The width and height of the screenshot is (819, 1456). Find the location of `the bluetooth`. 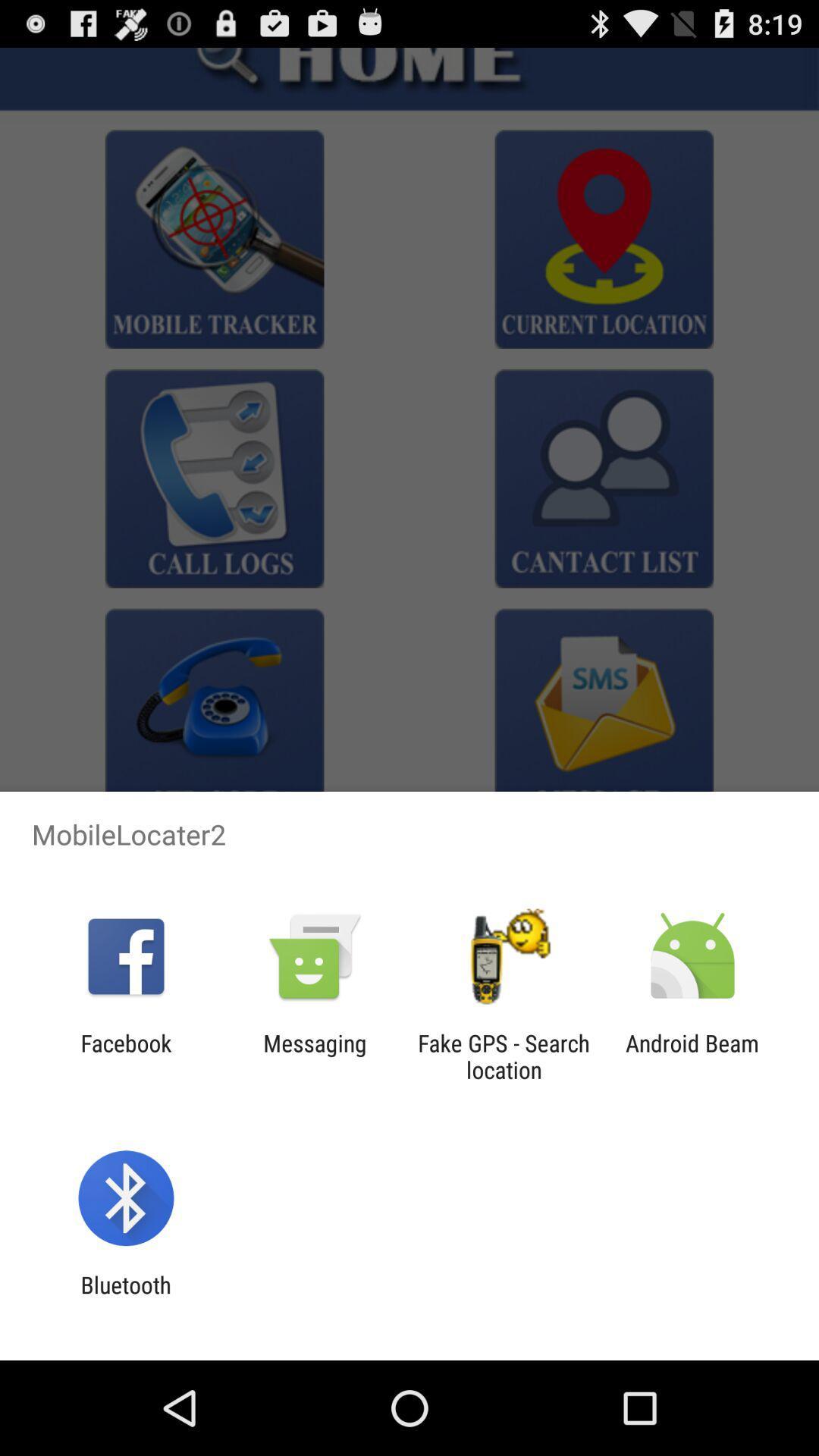

the bluetooth is located at coordinates (125, 1298).